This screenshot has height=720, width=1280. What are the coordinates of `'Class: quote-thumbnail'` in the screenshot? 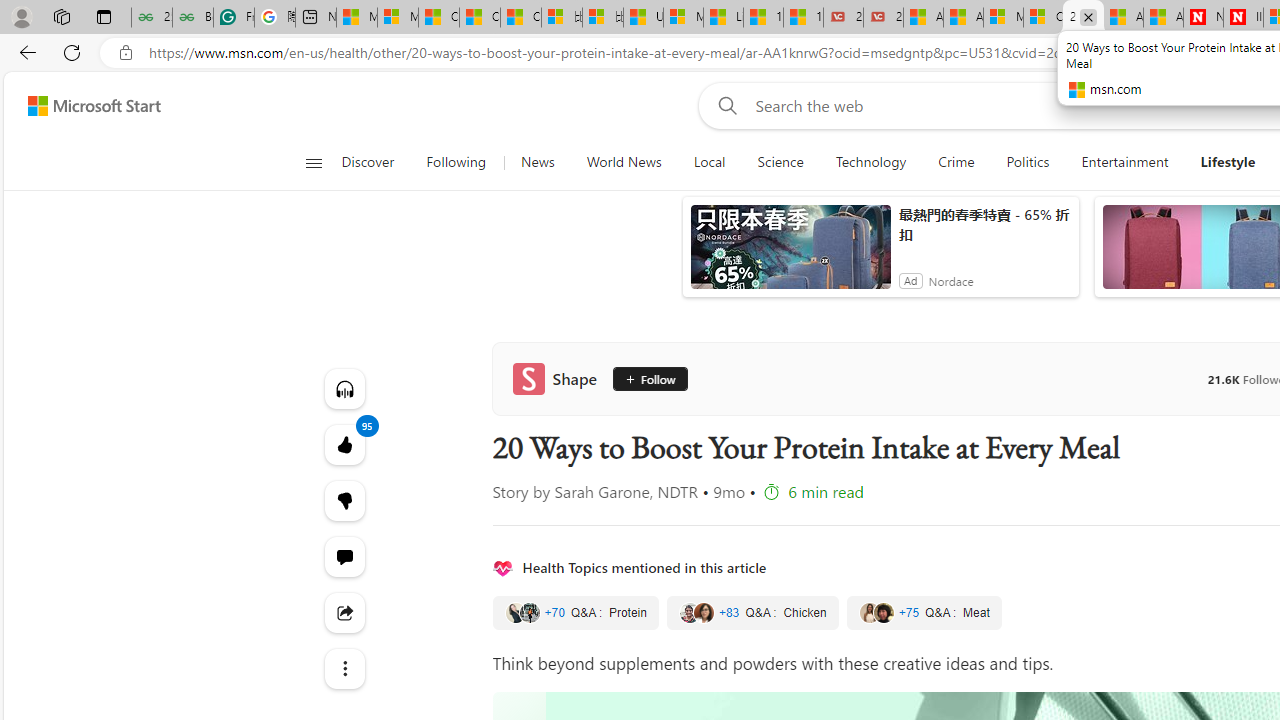 It's located at (882, 612).